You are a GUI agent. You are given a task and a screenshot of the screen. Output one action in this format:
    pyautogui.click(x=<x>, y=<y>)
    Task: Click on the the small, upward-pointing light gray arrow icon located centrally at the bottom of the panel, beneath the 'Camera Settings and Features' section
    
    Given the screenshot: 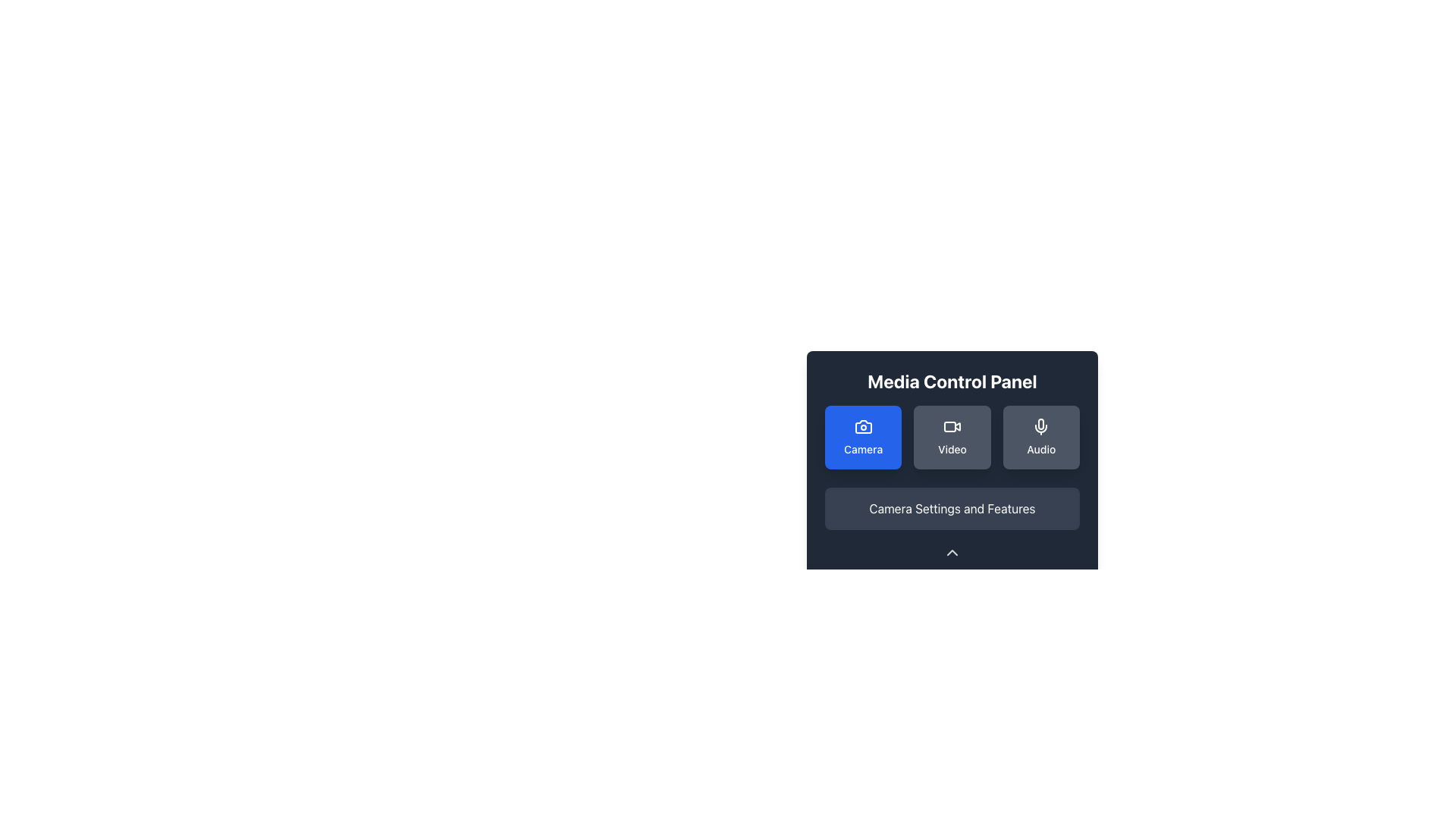 What is the action you would take?
    pyautogui.click(x=952, y=556)
    